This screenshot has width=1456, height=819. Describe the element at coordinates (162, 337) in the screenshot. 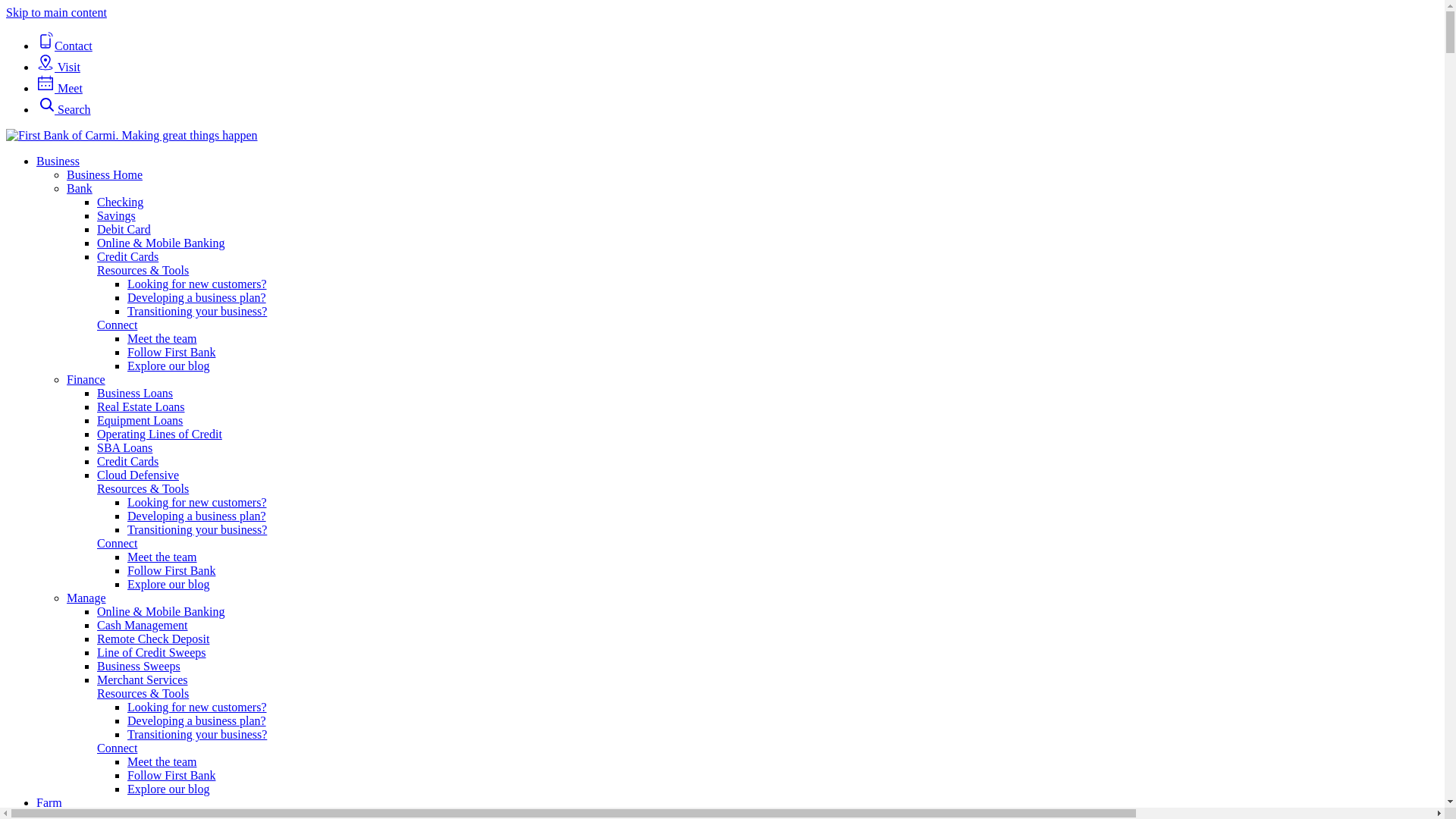

I see `'Meet the team'` at that location.